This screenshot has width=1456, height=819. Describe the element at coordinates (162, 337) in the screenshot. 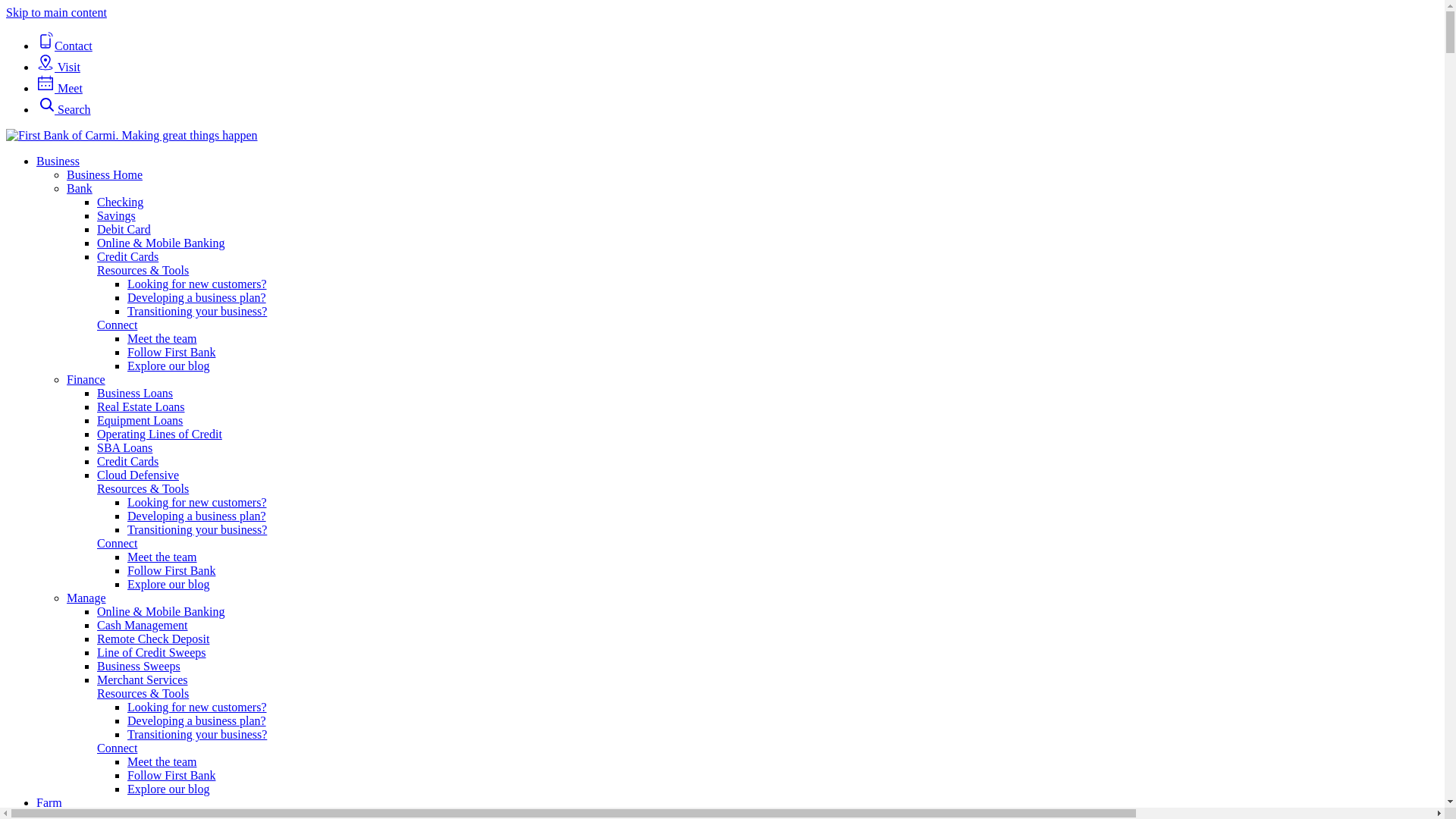

I see `'Meet the team'` at that location.